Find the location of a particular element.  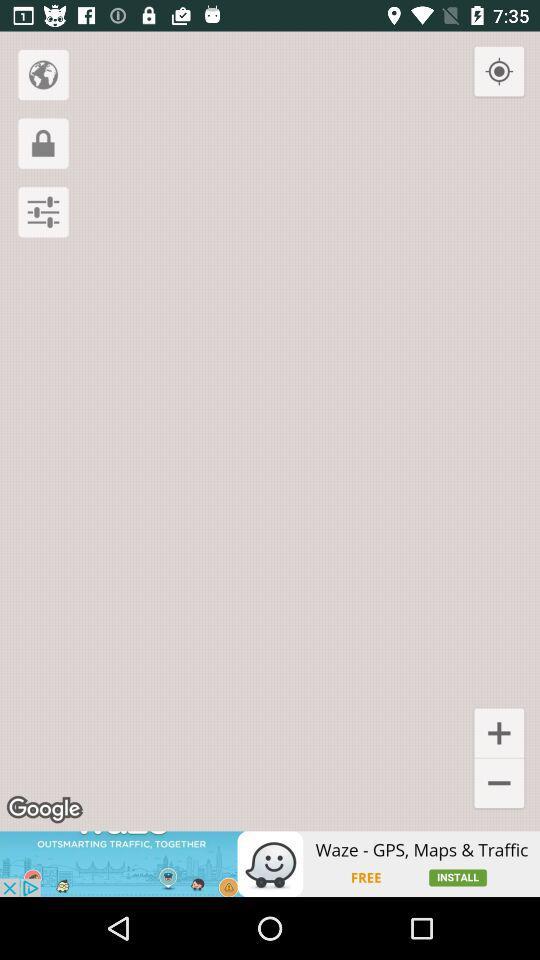

install app is located at coordinates (270, 863).